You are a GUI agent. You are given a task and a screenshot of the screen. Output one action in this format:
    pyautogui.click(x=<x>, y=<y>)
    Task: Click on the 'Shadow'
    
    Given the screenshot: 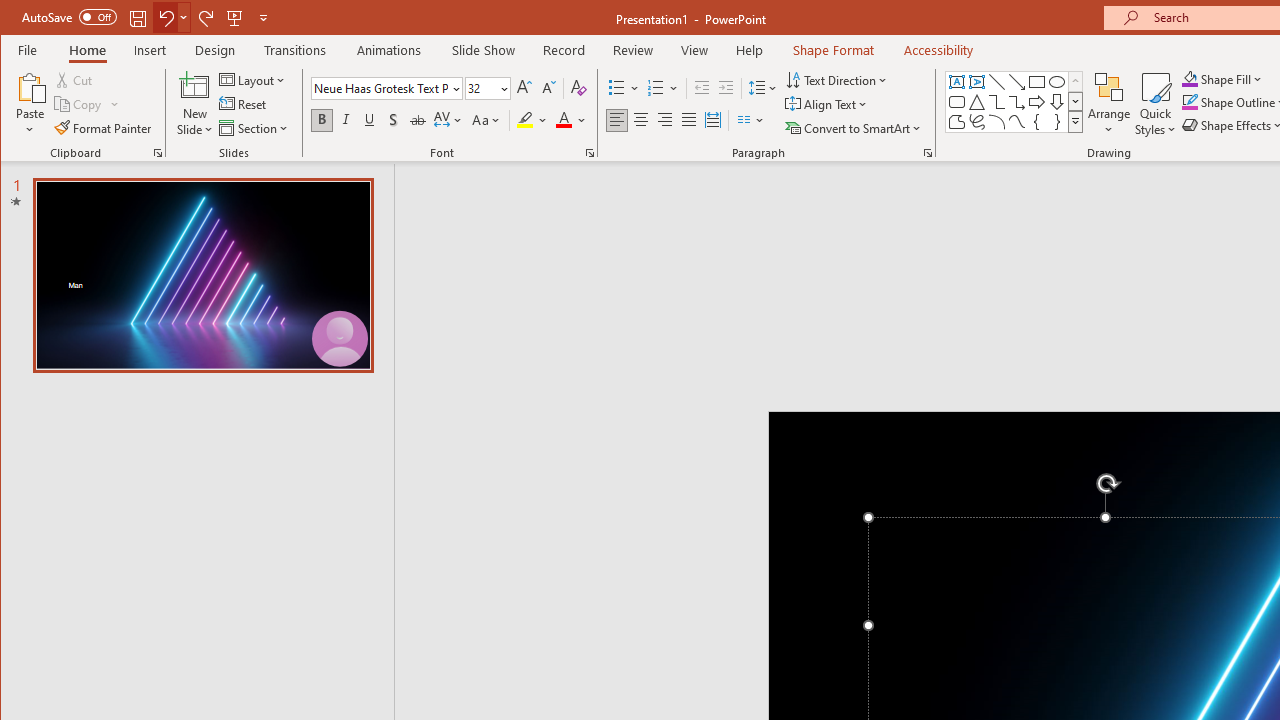 What is the action you would take?
    pyautogui.click(x=393, y=120)
    